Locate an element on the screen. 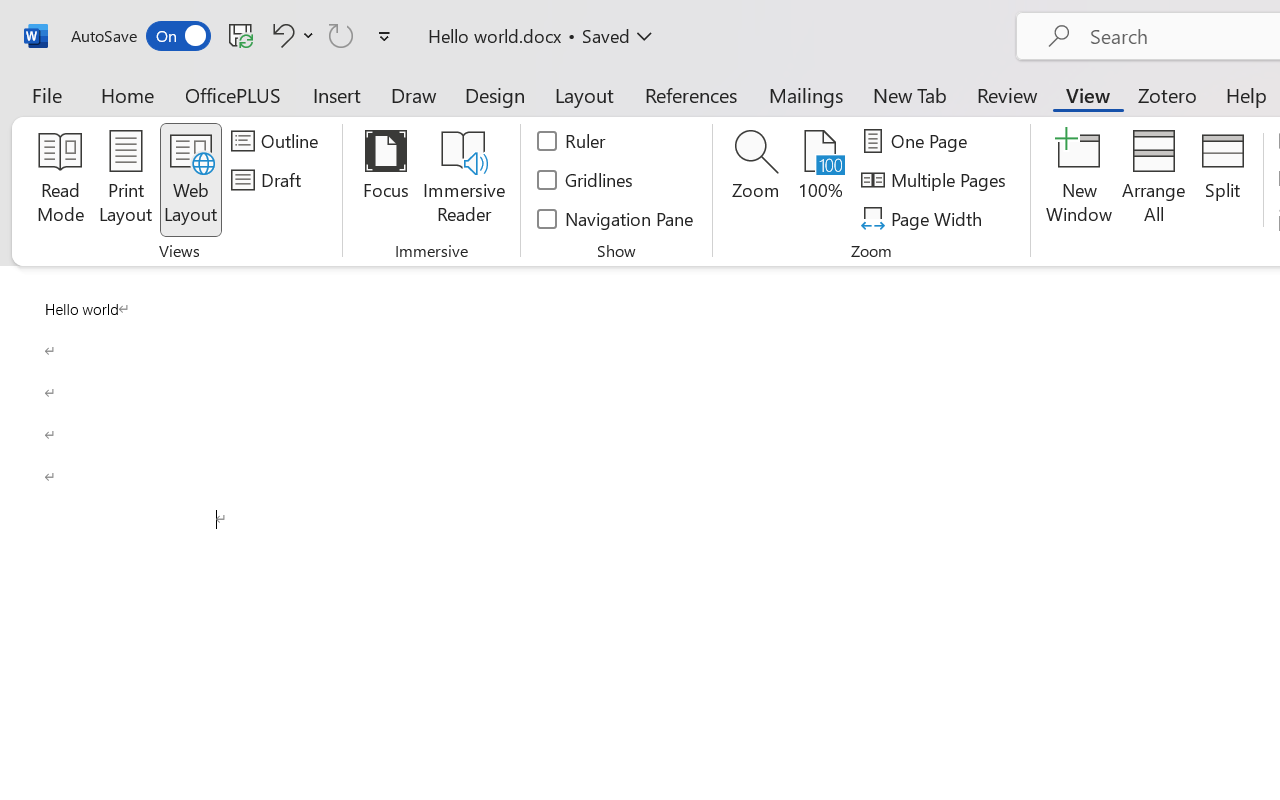 This screenshot has width=1280, height=800. 'Undo Paragraph Formatting' is located at coordinates (289, 34).